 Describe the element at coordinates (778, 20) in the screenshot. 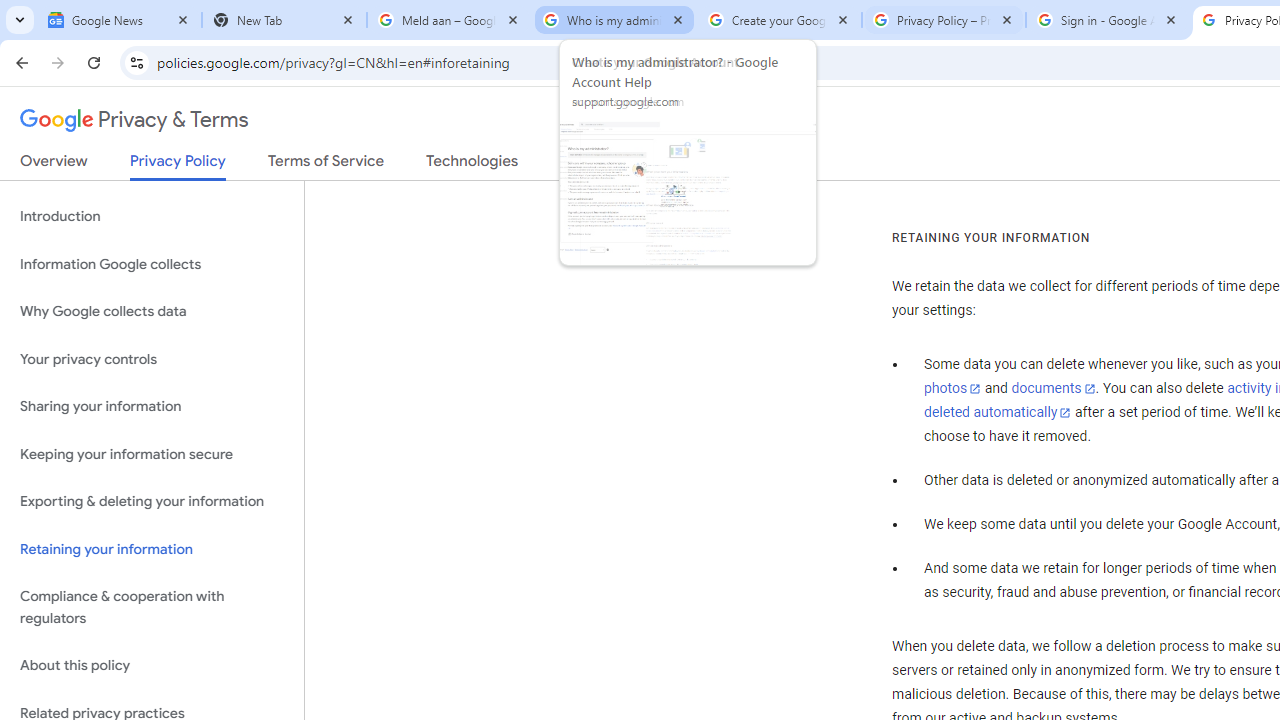

I see `'Create your Google Account'` at that location.